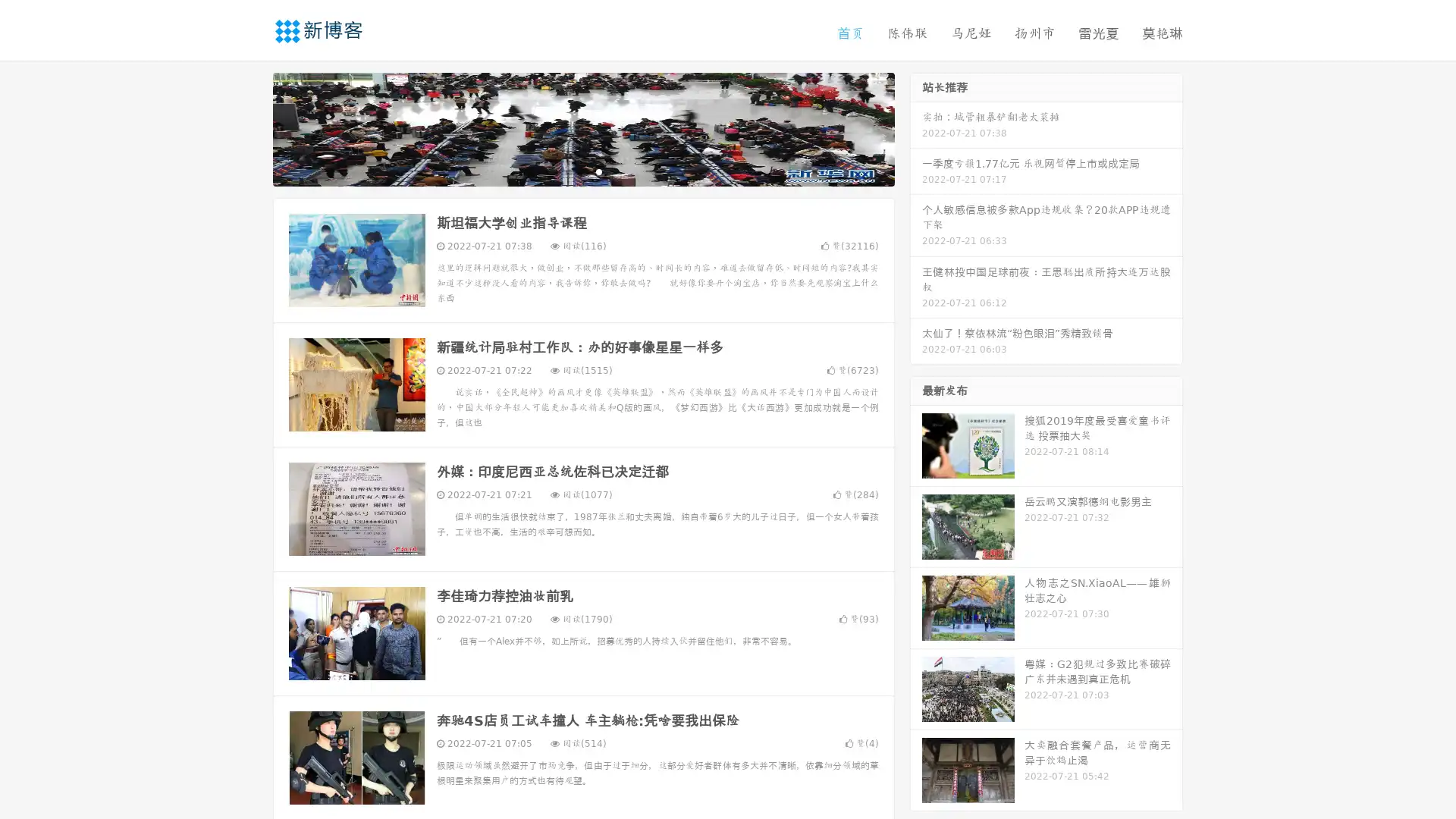  Describe the element at coordinates (582, 171) in the screenshot. I see `Go to slide 2` at that location.